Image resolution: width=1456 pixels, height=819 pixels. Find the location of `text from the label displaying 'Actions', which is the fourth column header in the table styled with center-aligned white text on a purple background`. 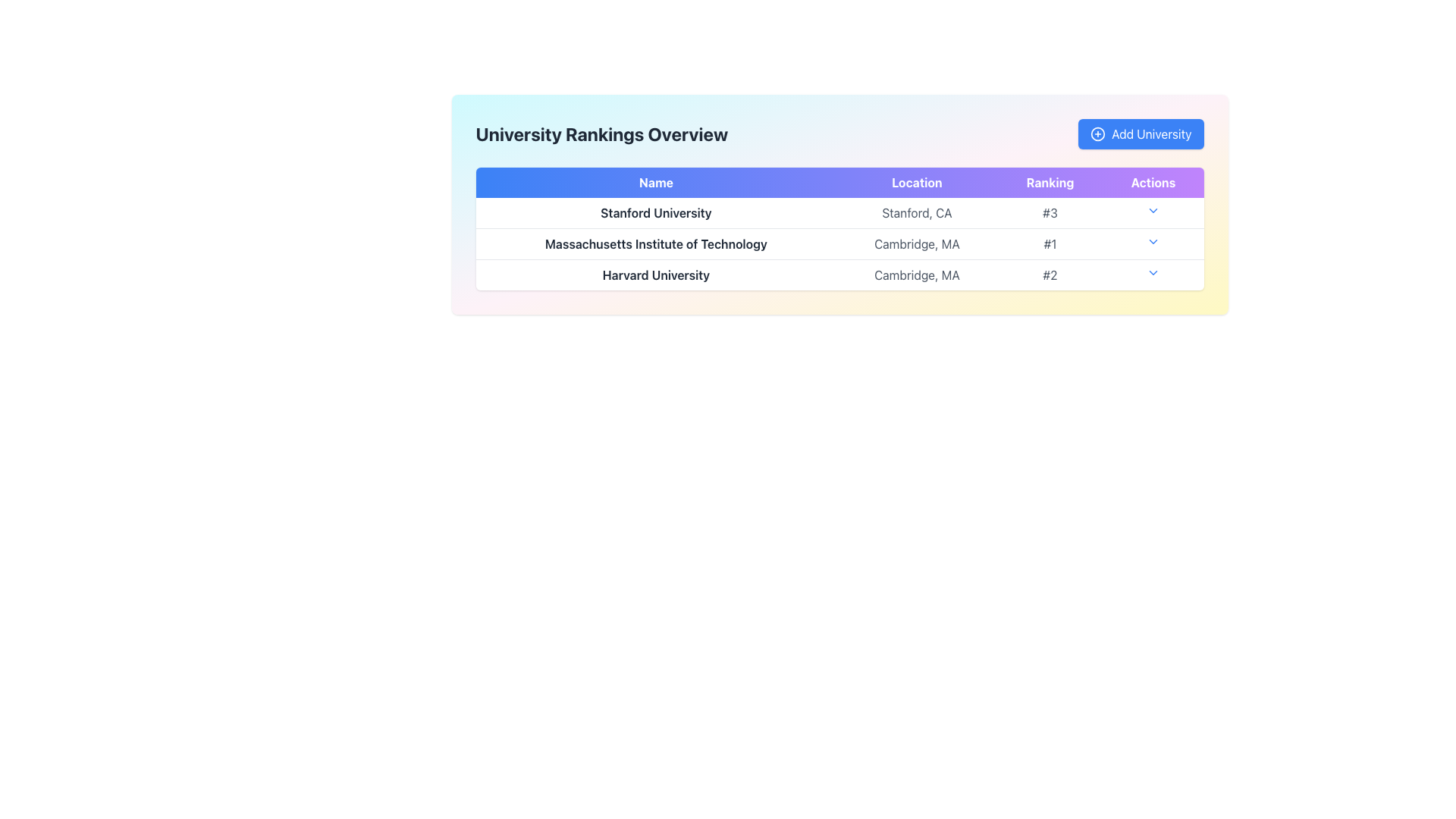

text from the label displaying 'Actions', which is the fourth column header in the table styled with center-aligned white text on a purple background is located at coordinates (1153, 181).